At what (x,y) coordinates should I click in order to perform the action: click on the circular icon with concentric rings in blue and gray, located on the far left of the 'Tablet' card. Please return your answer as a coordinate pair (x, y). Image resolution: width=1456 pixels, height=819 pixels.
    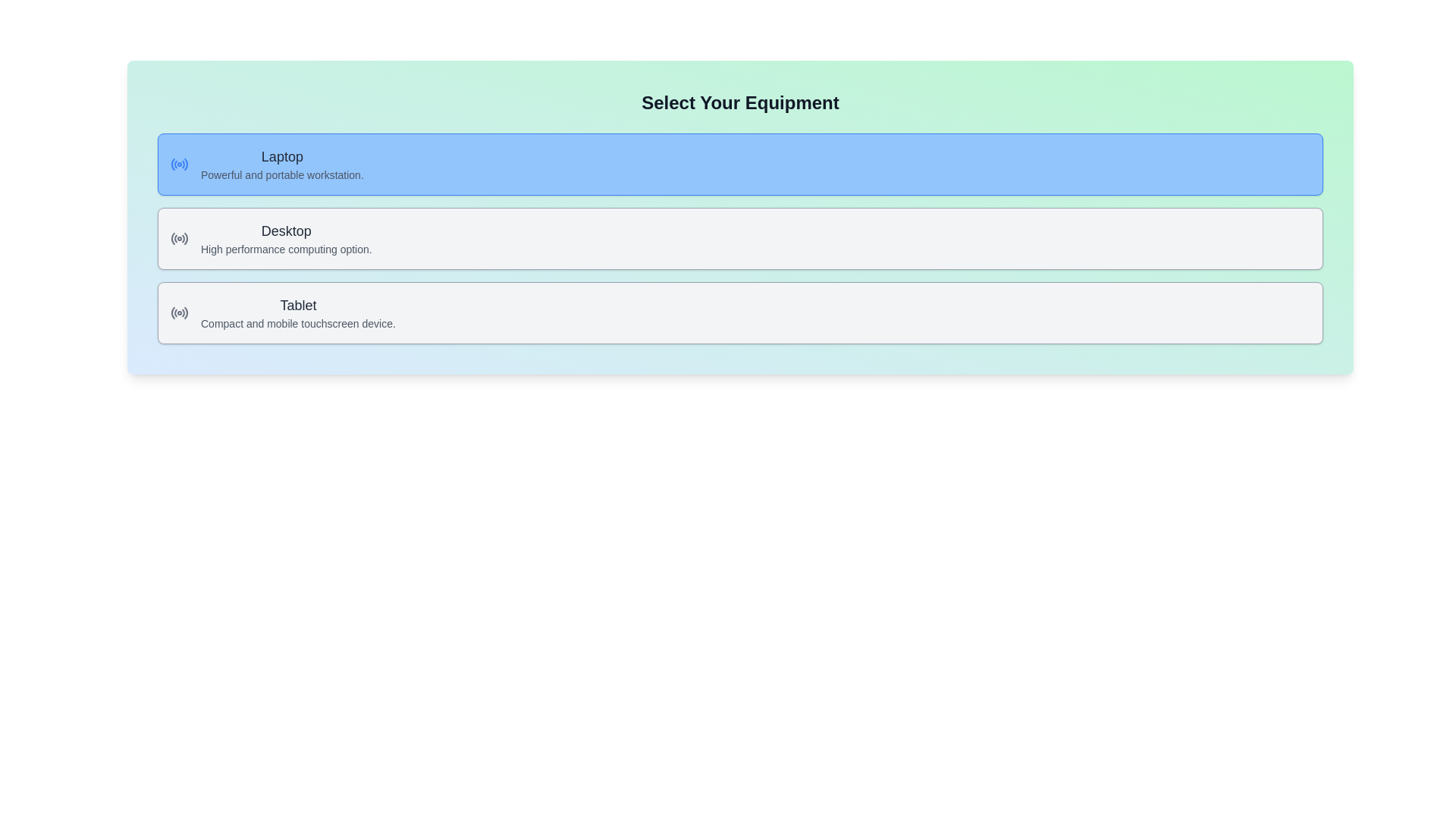
    Looking at the image, I should click on (179, 312).